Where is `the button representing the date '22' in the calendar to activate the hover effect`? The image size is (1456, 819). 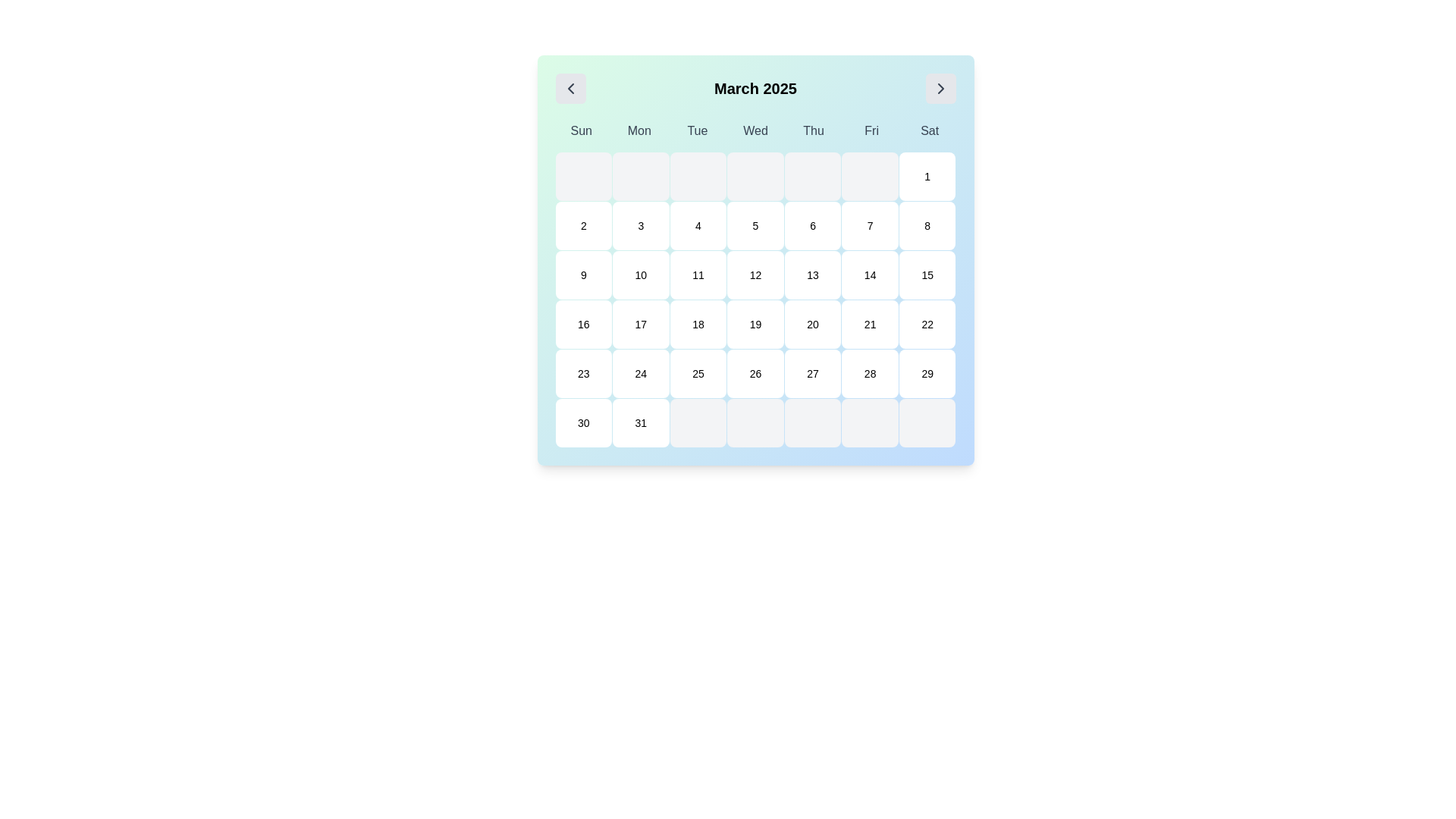
the button representing the date '22' in the calendar to activate the hover effect is located at coordinates (927, 324).